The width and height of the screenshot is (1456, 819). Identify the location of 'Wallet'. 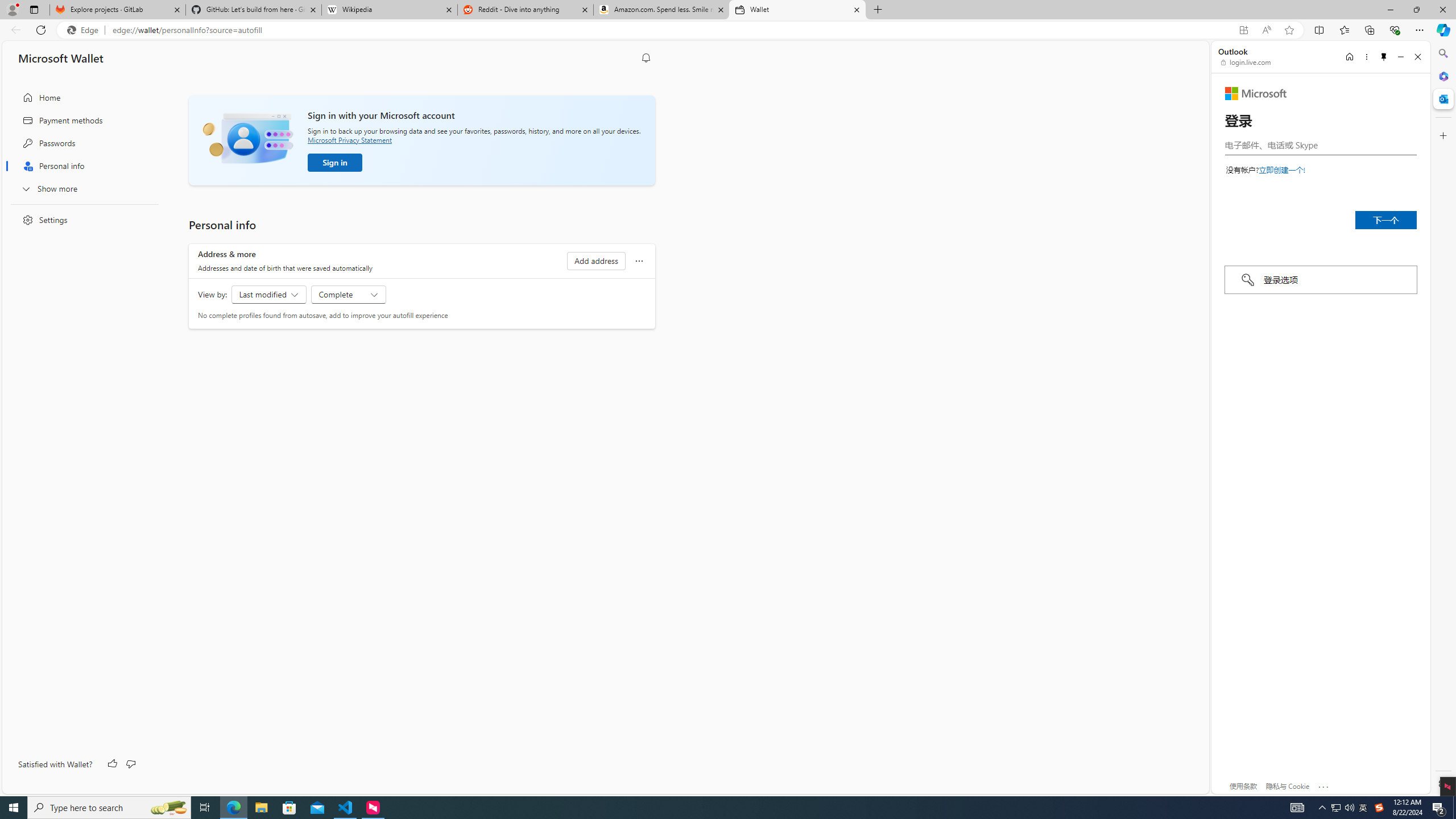
(797, 9).